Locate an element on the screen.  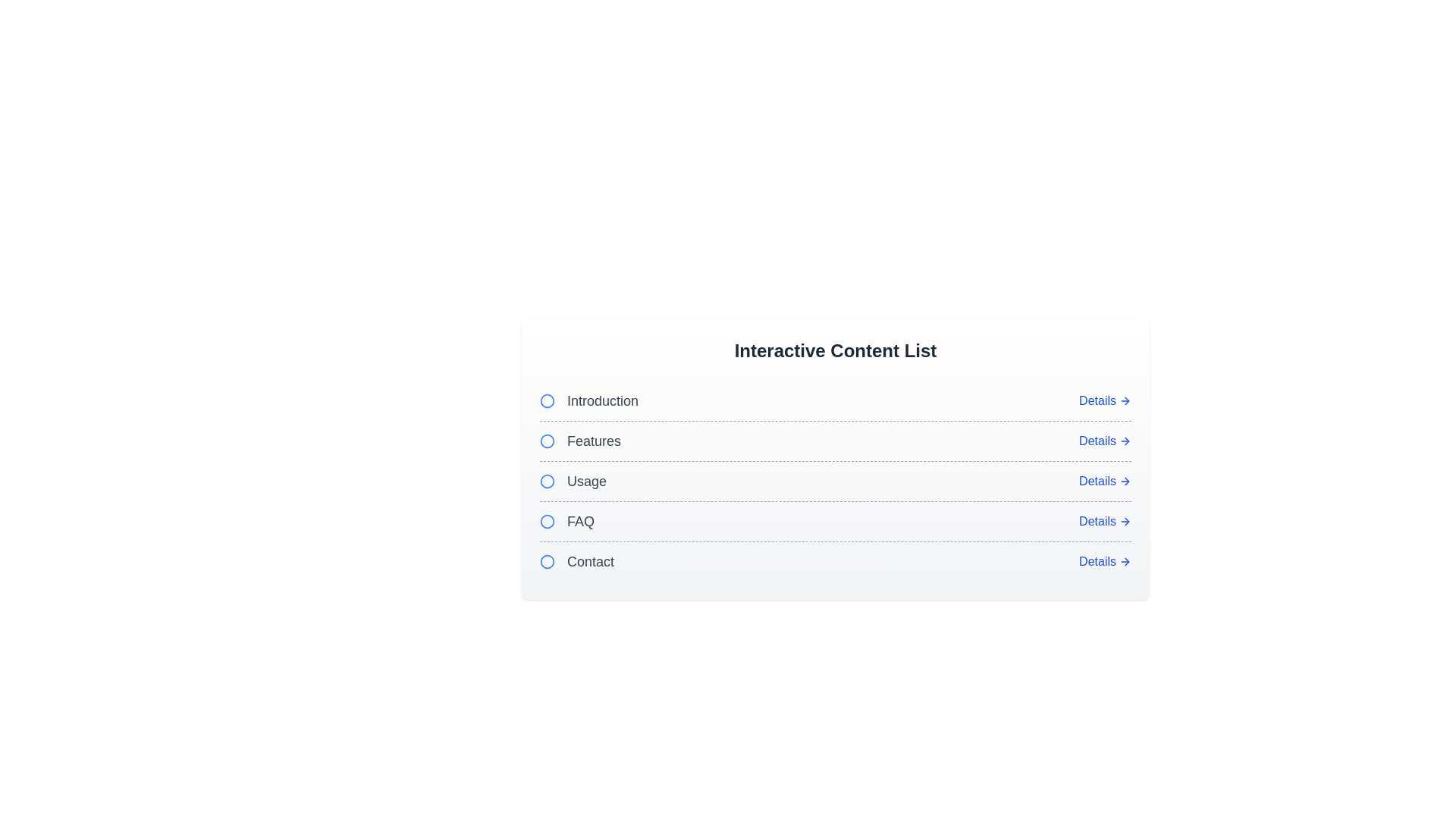
the blue circular graphic that resembles a dot, which is part of the second entry in the interactive content list labeled 'Features' is located at coordinates (546, 441).